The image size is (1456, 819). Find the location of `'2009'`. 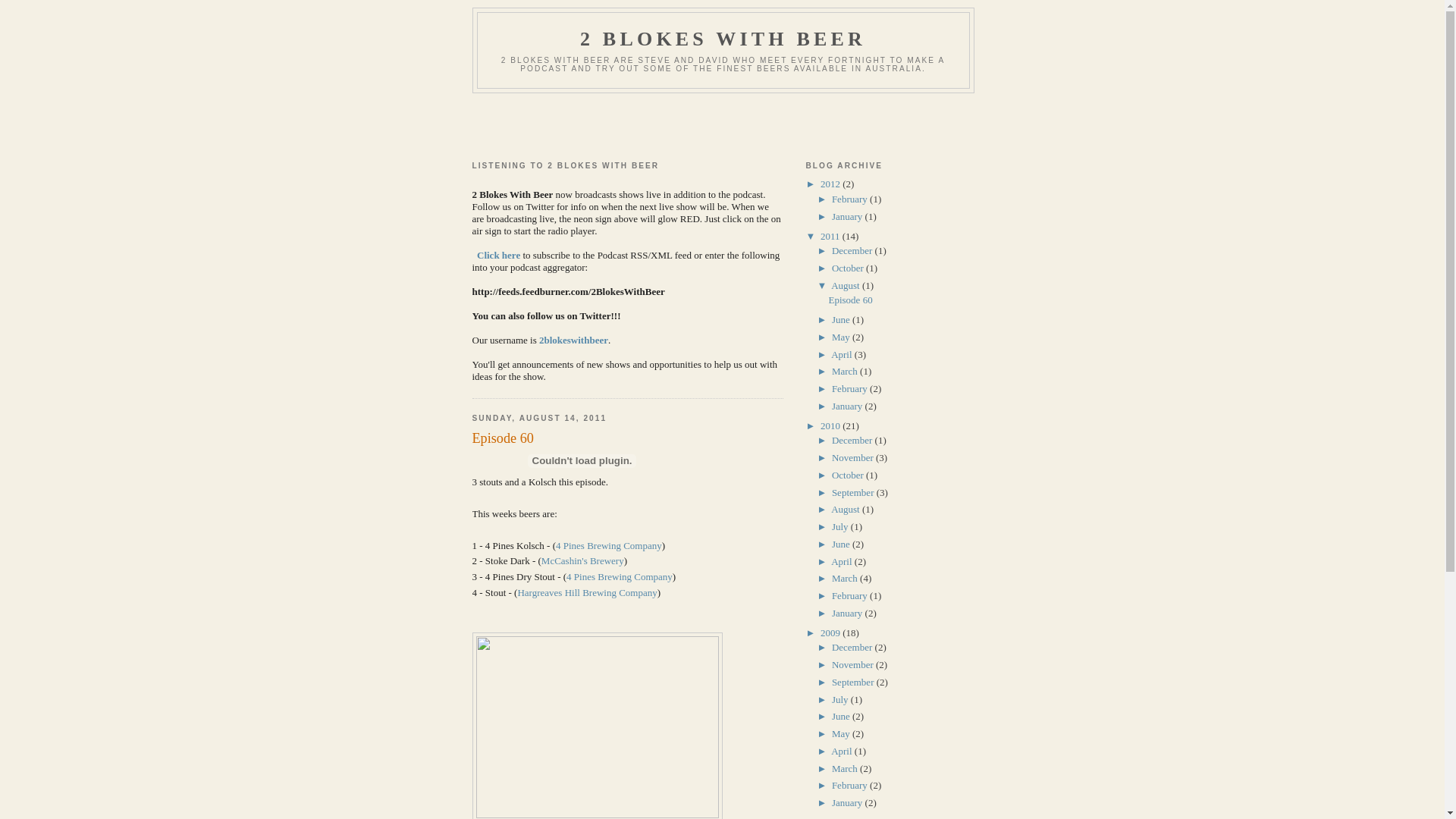

'2009' is located at coordinates (830, 632).